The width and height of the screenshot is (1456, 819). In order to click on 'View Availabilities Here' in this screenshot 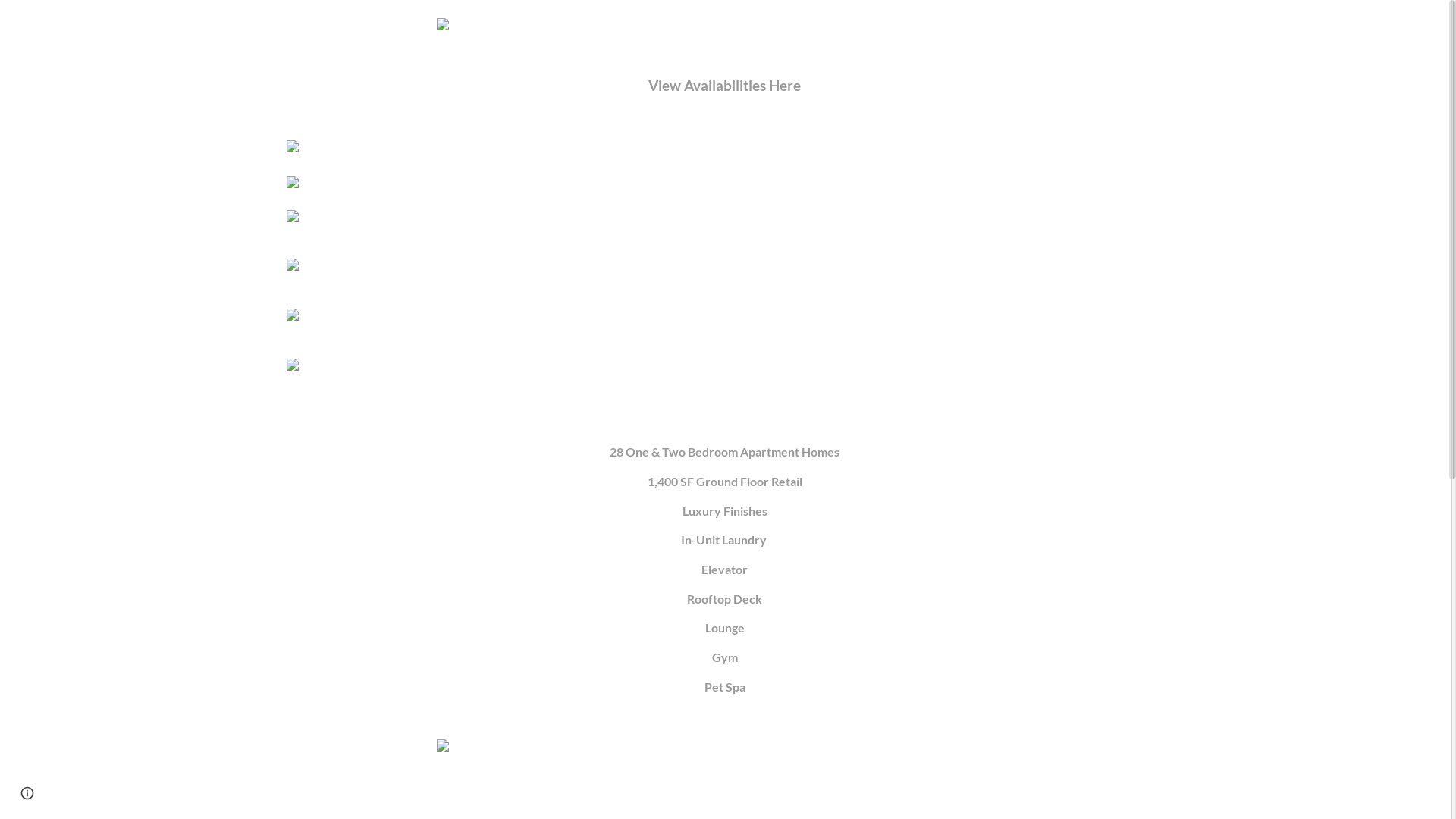, I will do `click(723, 86)`.